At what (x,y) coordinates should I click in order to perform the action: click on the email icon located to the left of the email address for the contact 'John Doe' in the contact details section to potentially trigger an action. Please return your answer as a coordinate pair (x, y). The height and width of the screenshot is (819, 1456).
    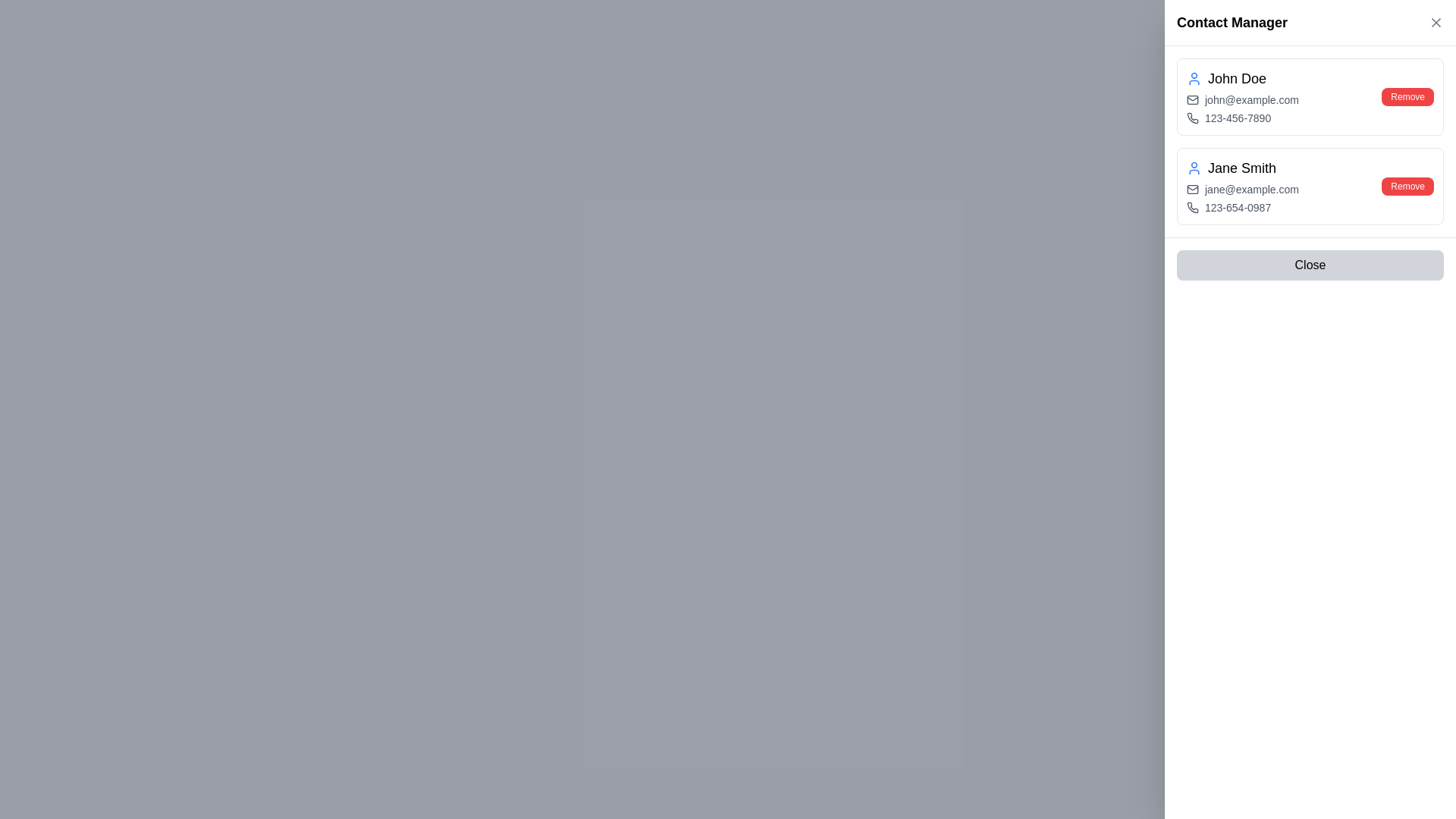
    Looking at the image, I should click on (1192, 99).